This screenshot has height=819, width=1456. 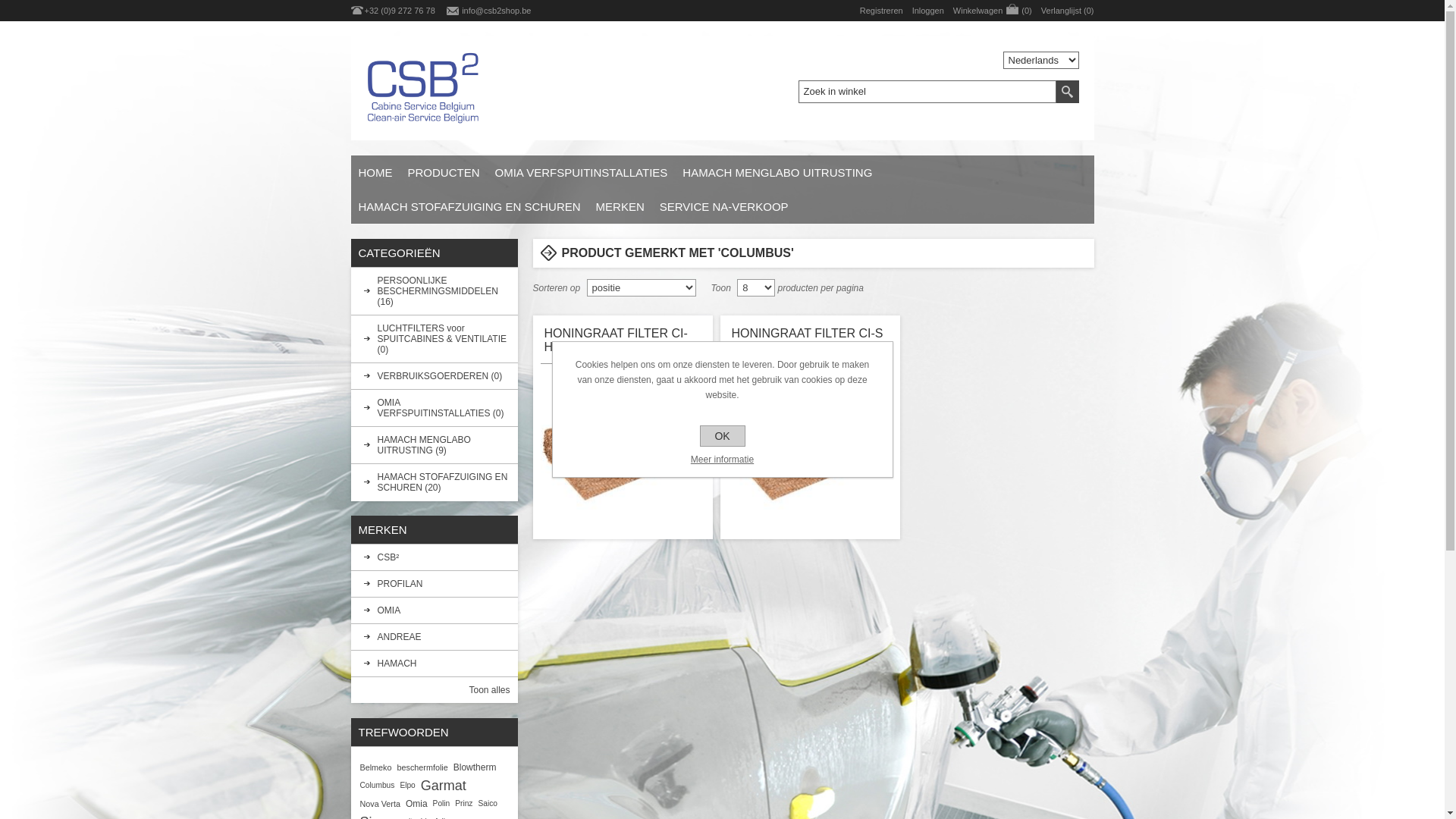 What do you see at coordinates (881, 11) in the screenshot?
I see `'Registreren'` at bounding box center [881, 11].